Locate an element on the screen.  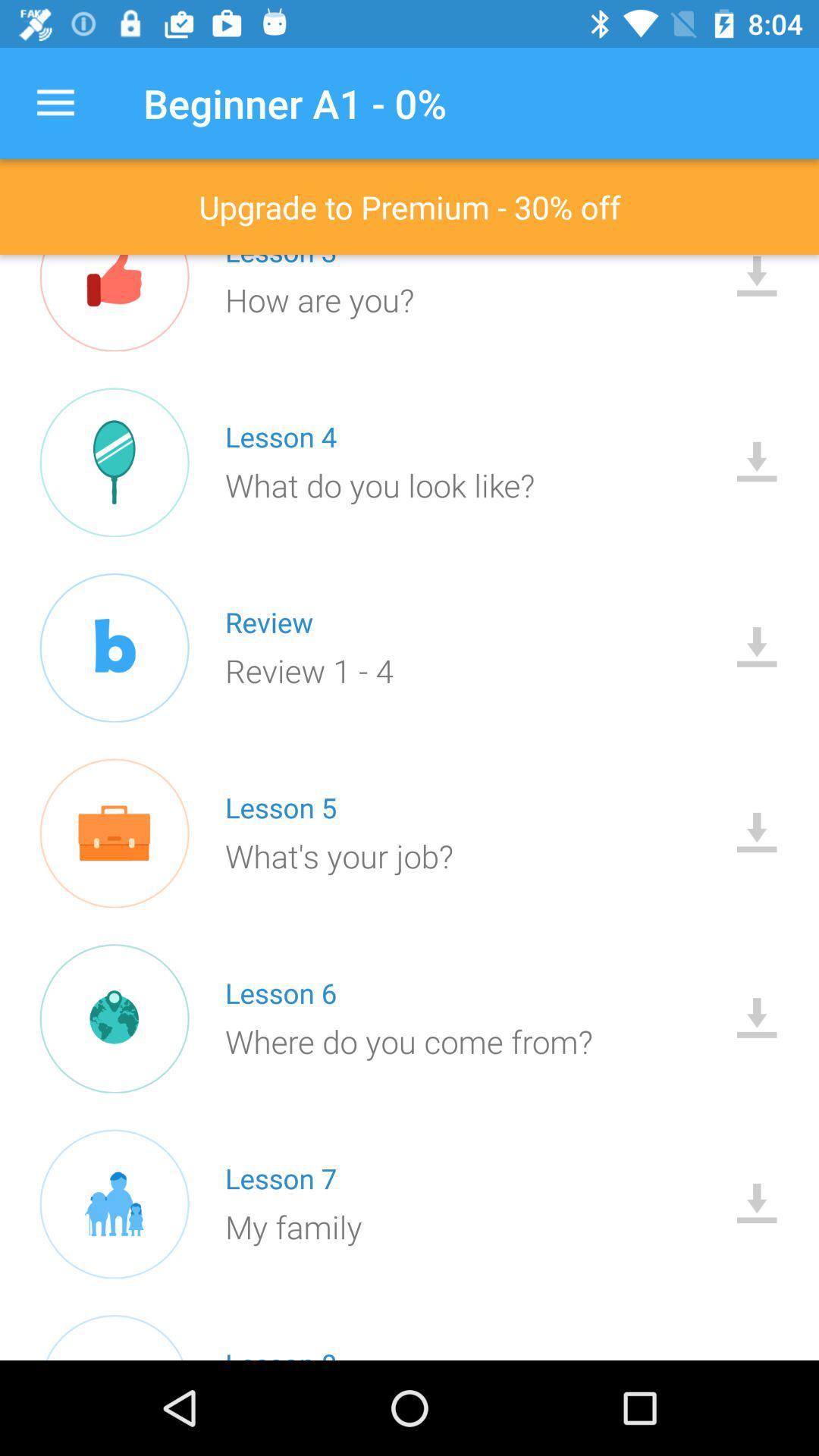
the app to the left of the beginner a1 - 0% app is located at coordinates (55, 102).